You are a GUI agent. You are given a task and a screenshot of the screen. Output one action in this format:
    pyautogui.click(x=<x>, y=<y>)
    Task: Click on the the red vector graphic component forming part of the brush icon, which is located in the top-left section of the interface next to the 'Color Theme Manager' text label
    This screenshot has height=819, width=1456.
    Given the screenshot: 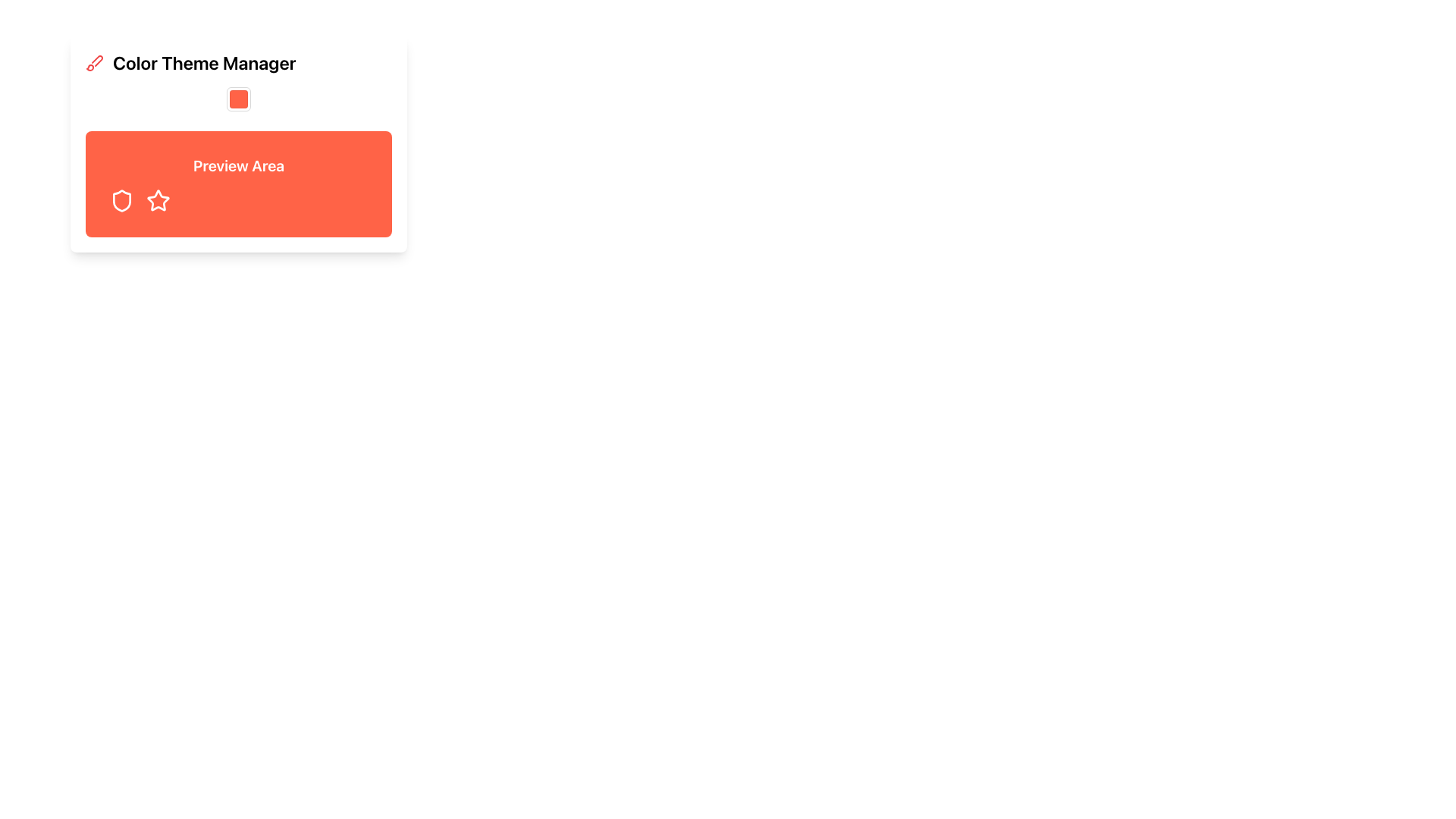 What is the action you would take?
    pyautogui.click(x=96, y=60)
    